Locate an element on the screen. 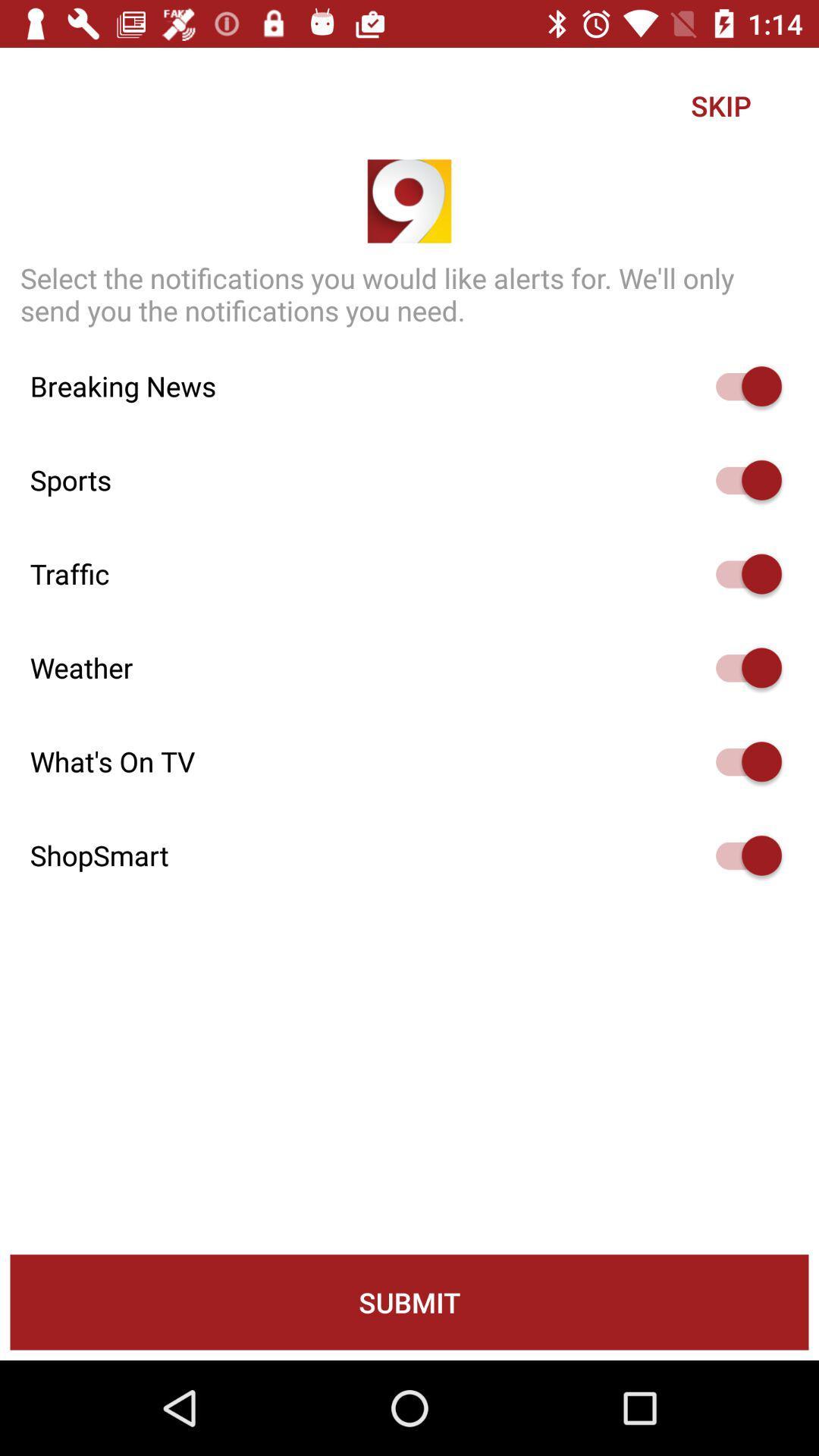 This screenshot has height=1456, width=819. he can activate the simple voice command is located at coordinates (741, 573).